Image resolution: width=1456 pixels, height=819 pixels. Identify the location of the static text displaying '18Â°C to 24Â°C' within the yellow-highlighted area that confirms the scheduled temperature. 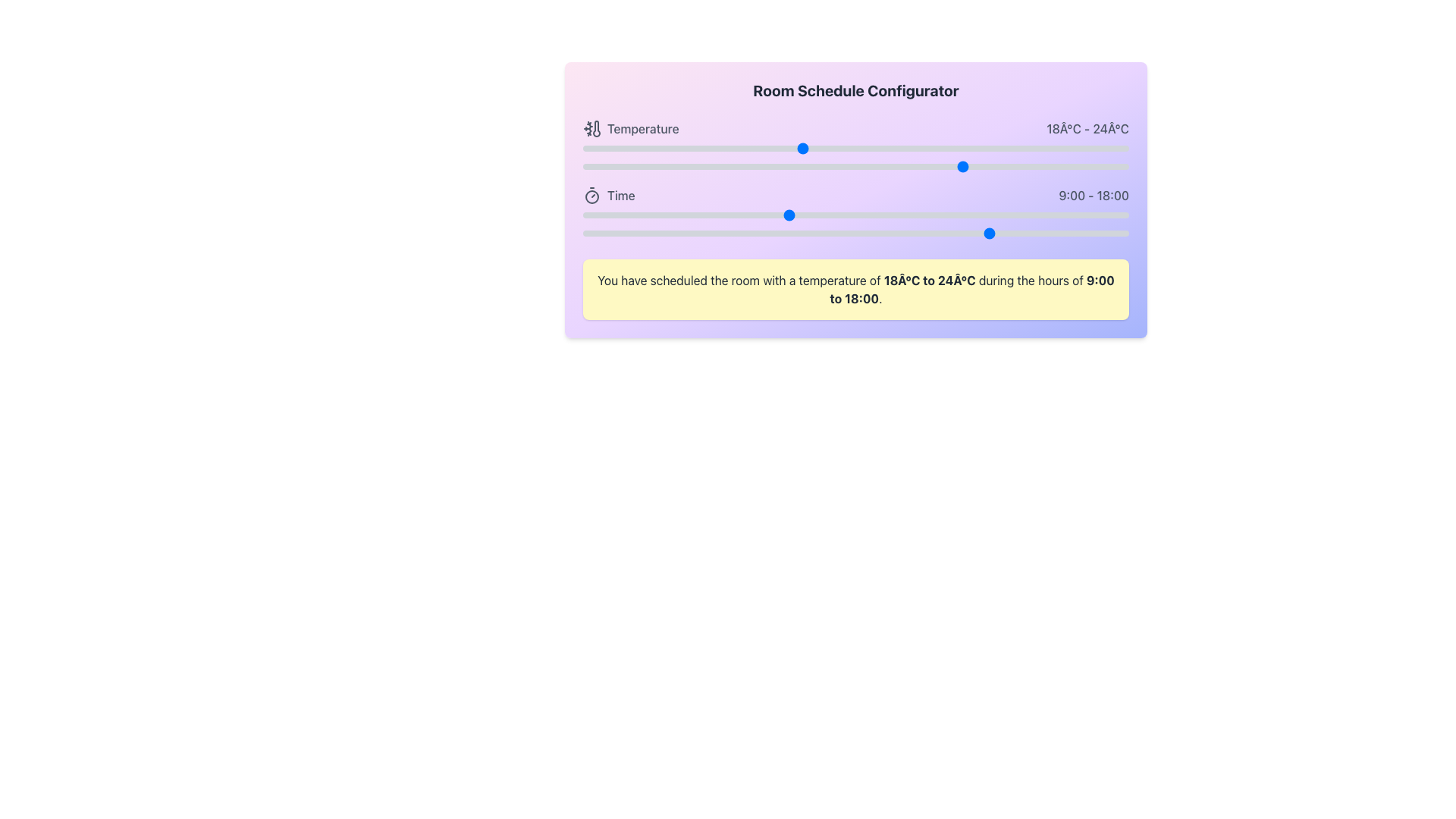
(929, 281).